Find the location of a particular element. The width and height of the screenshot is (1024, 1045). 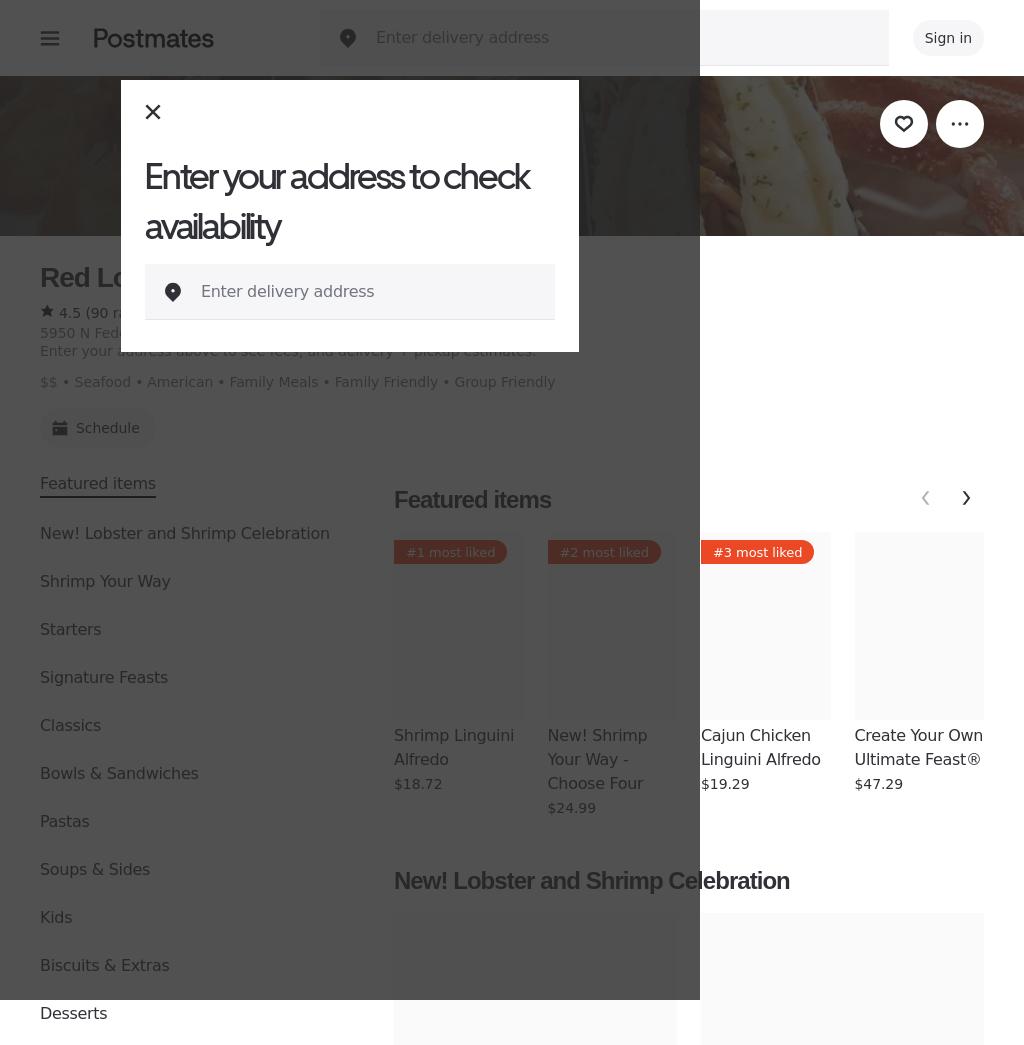

'Seafood' is located at coordinates (73, 381).